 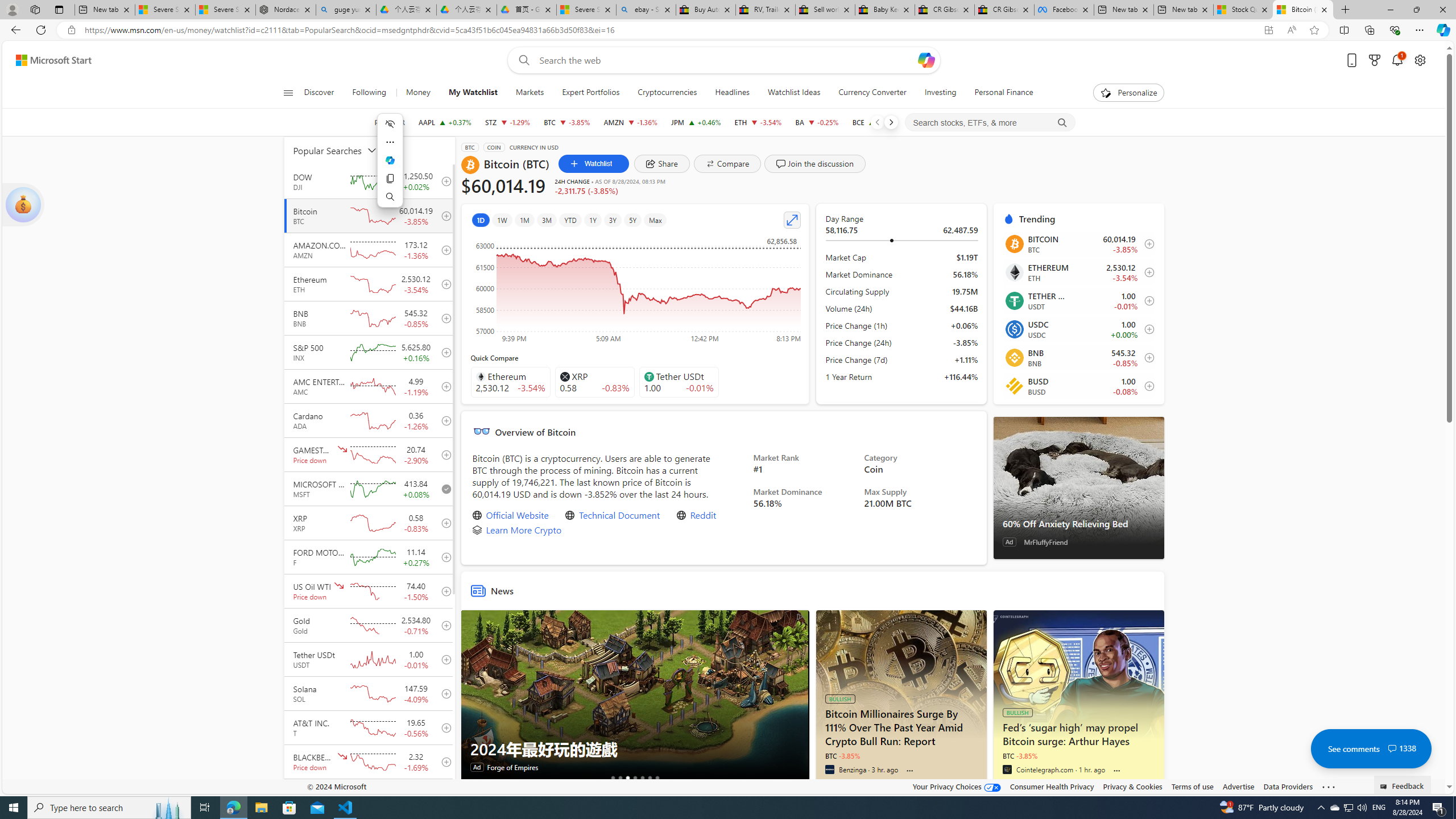 I want to click on 'Max', so click(x=655, y=220).